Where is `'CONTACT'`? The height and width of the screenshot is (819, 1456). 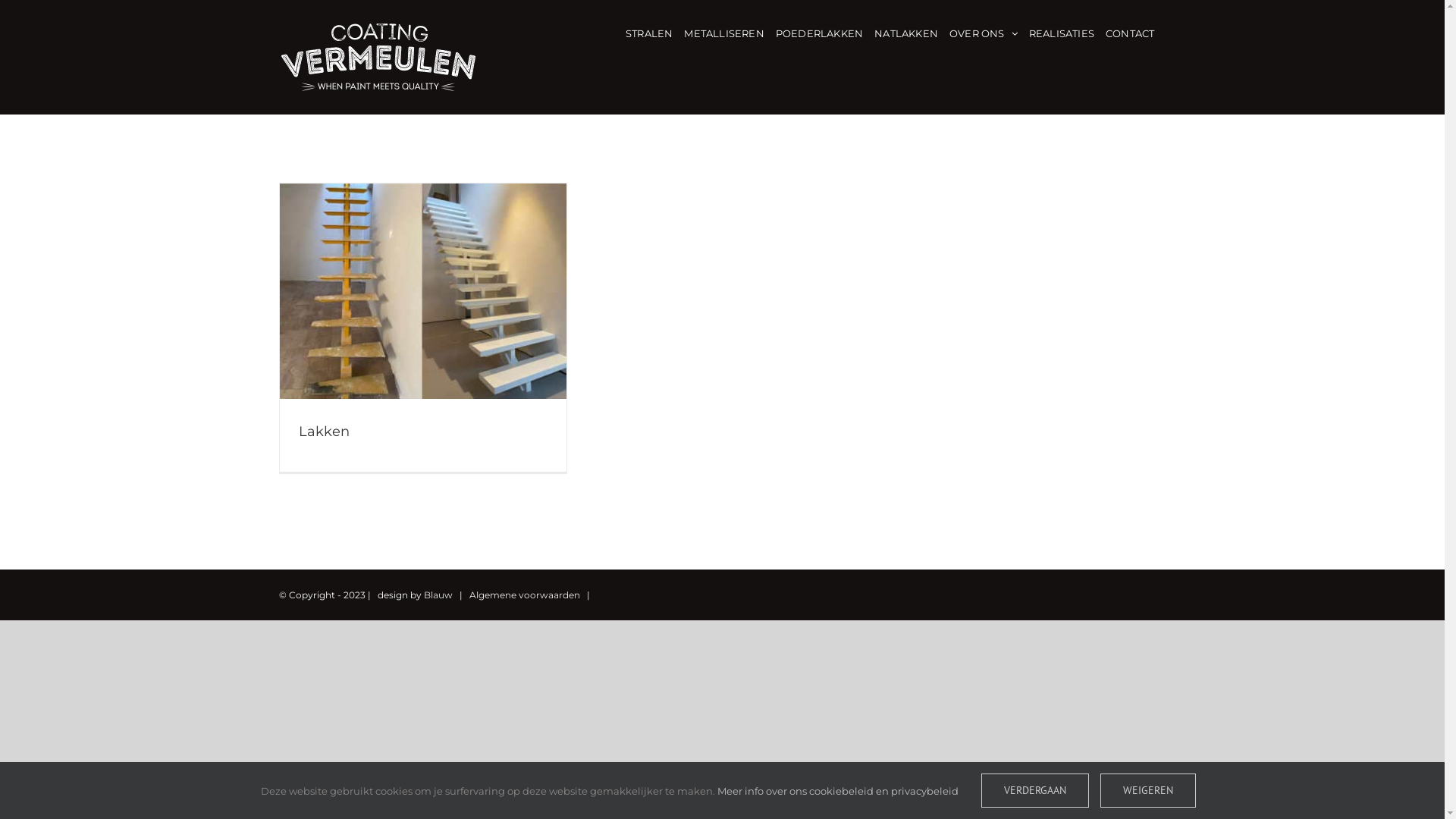
'CONTACT' is located at coordinates (1129, 32).